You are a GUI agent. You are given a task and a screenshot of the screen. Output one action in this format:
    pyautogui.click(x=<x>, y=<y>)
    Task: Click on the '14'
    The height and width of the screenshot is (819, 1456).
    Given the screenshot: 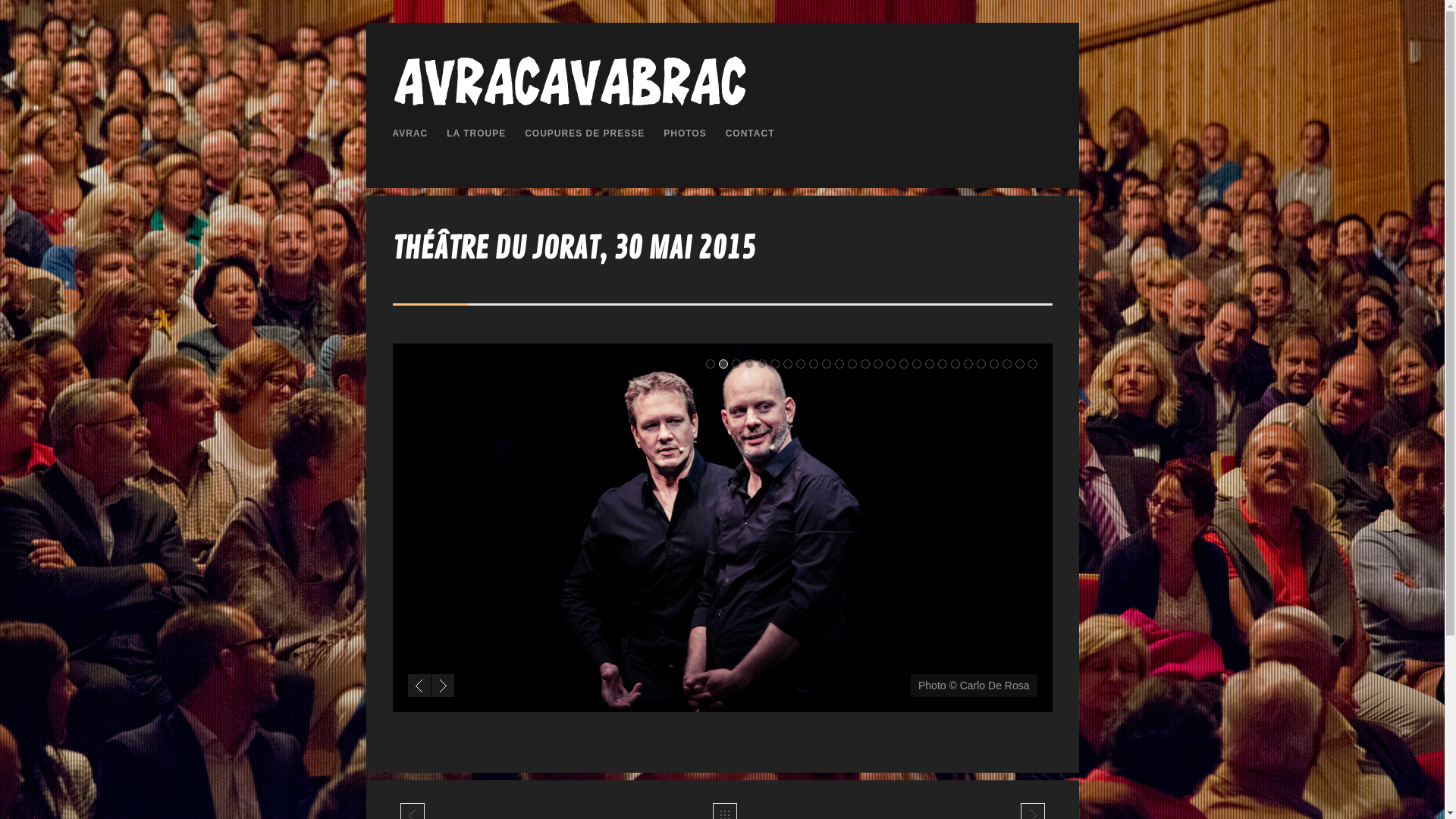 What is the action you would take?
    pyautogui.click(x=877, y=363)
    